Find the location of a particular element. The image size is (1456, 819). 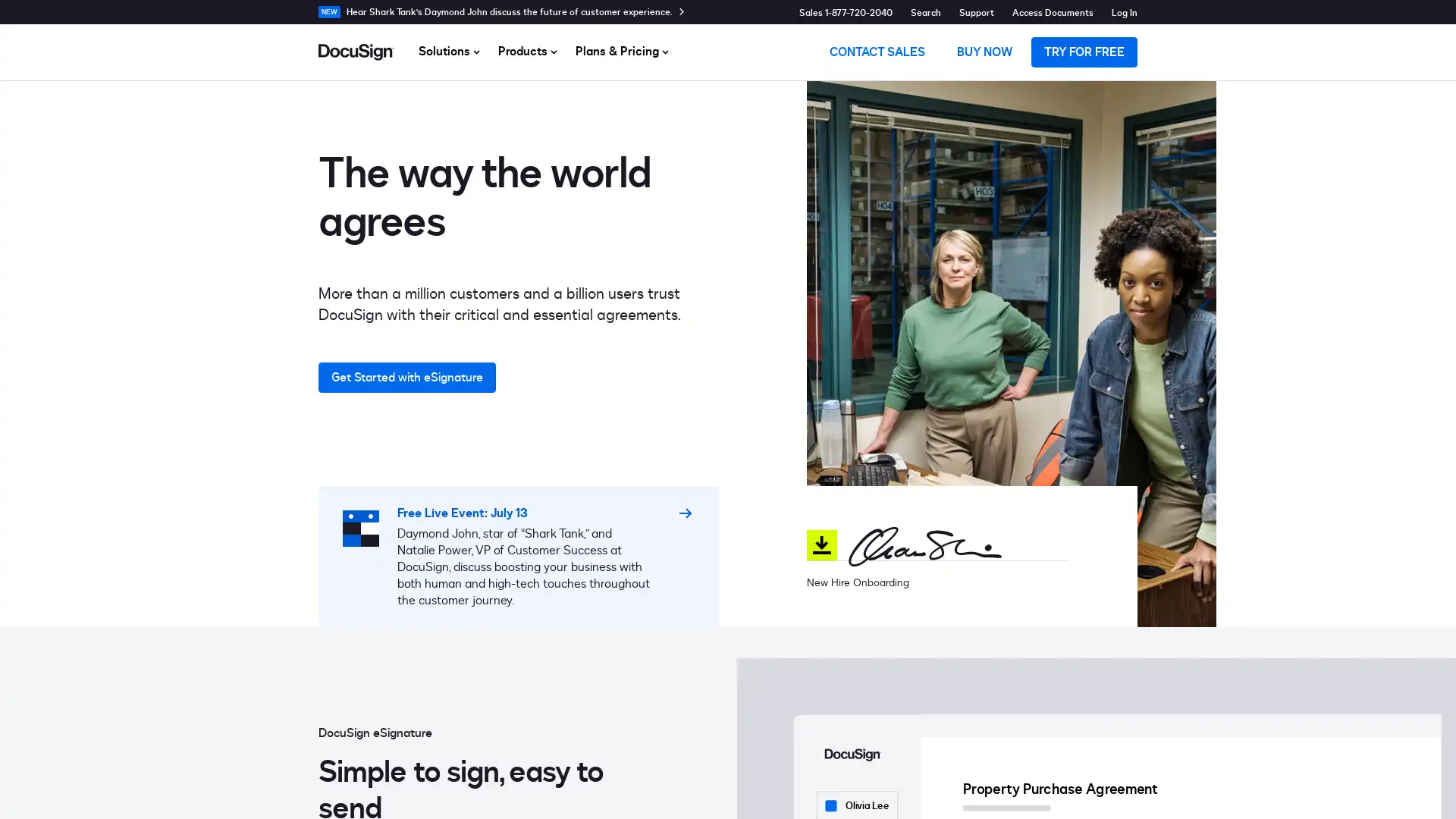

Do Not Sell My Personal Information is located at coordinates (1186, 785).